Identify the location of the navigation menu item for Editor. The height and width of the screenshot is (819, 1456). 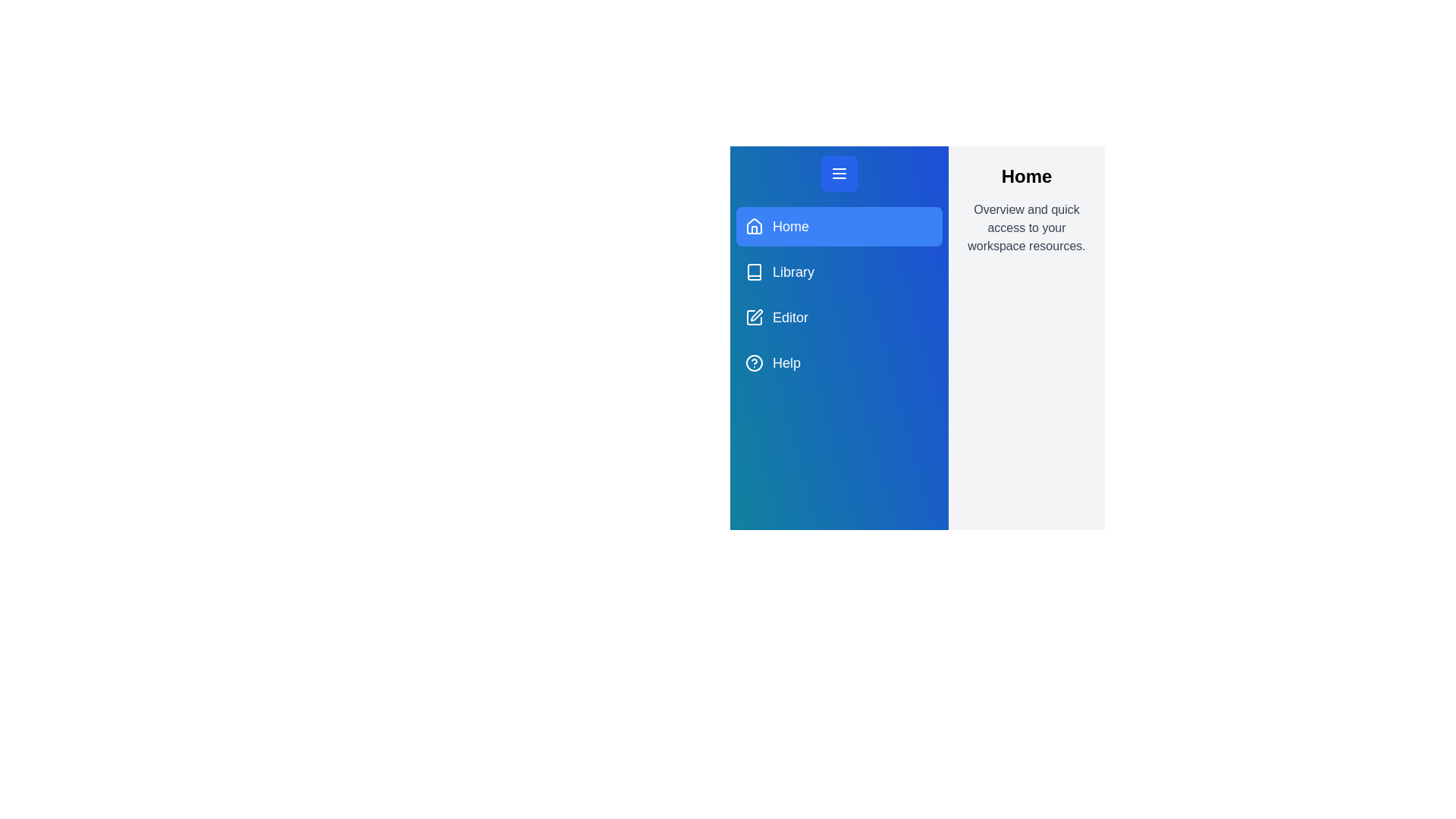
(839, 317).